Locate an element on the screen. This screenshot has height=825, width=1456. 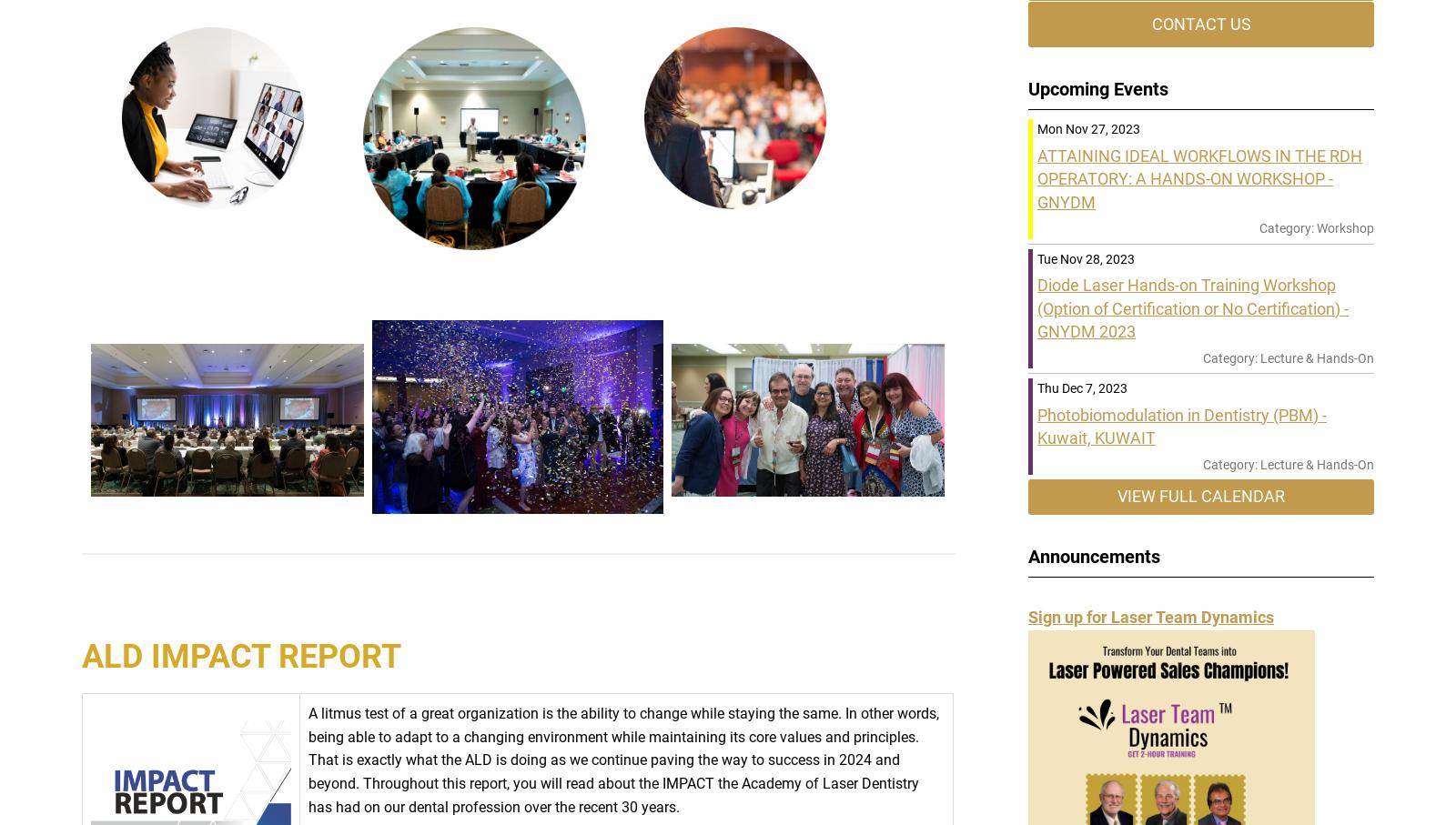
'Upcoming Events' is located at coordinates (1097, 87).